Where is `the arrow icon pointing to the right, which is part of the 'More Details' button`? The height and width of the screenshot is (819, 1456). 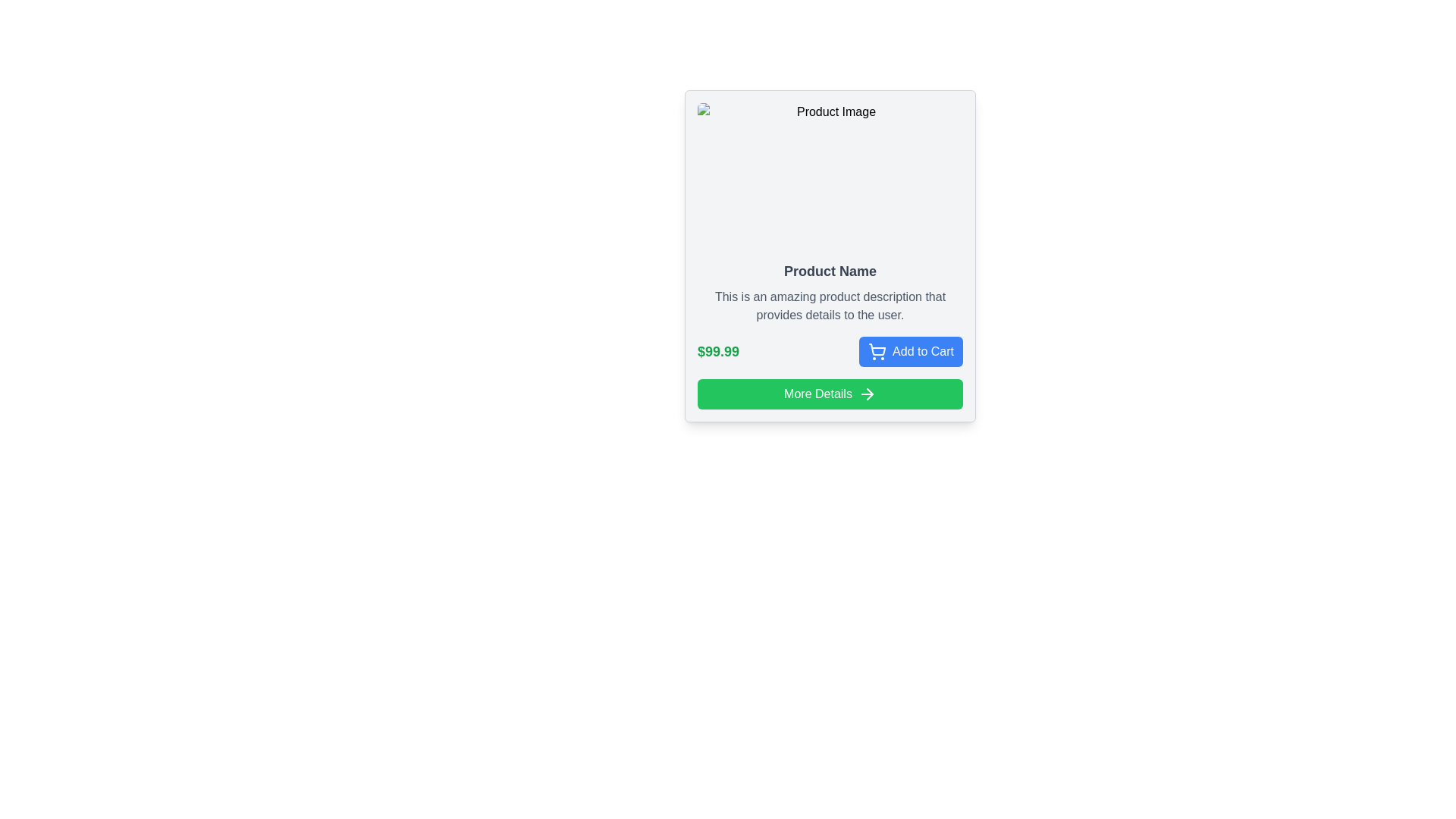
the arrow icon pointing to the right, which is part of the 'More Details' button is located at coordinates (870, 394).